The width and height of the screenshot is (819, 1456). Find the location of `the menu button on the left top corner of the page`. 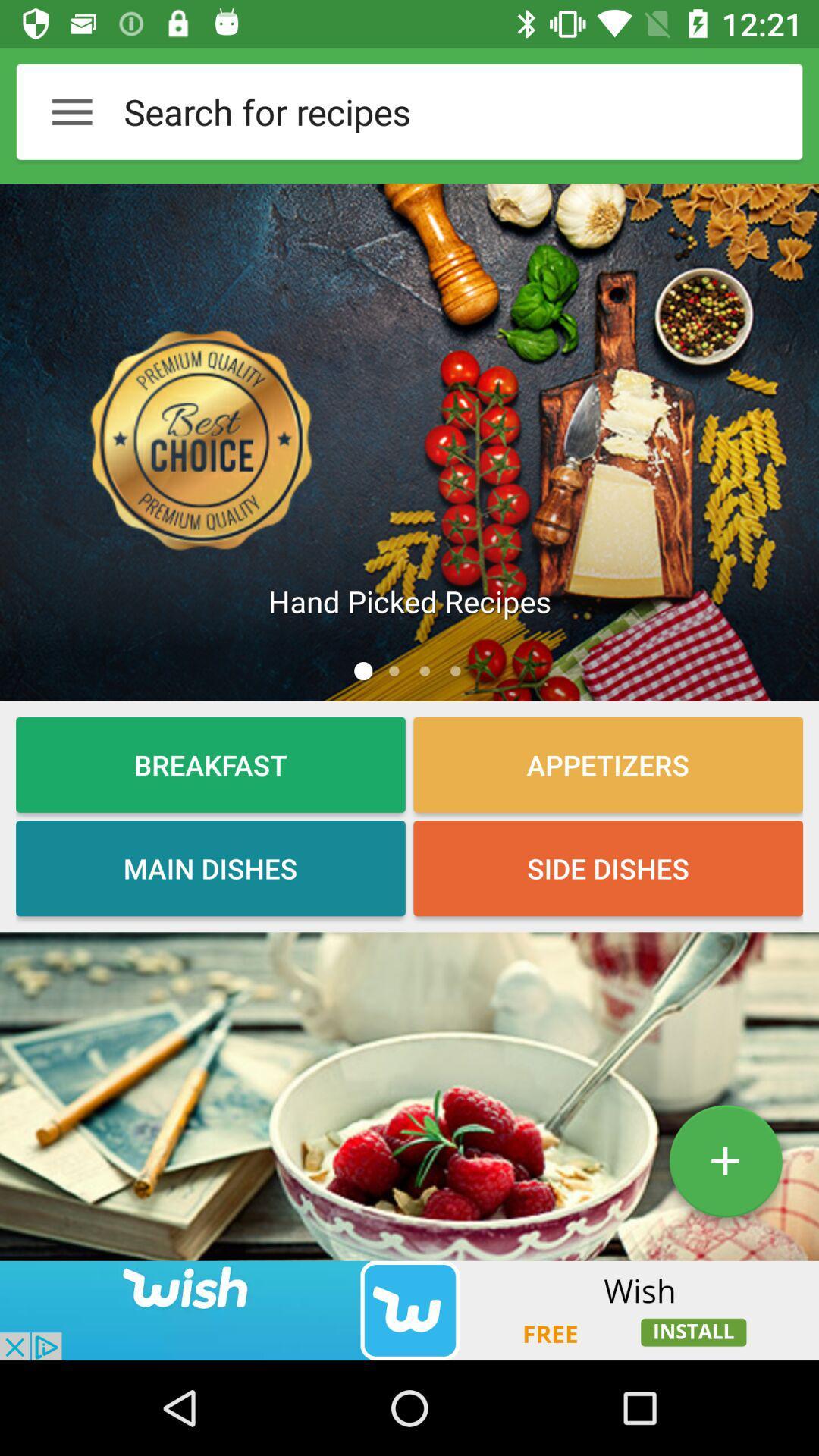

the menu button on the left top corner of the page is located at coordinates (72, 111).